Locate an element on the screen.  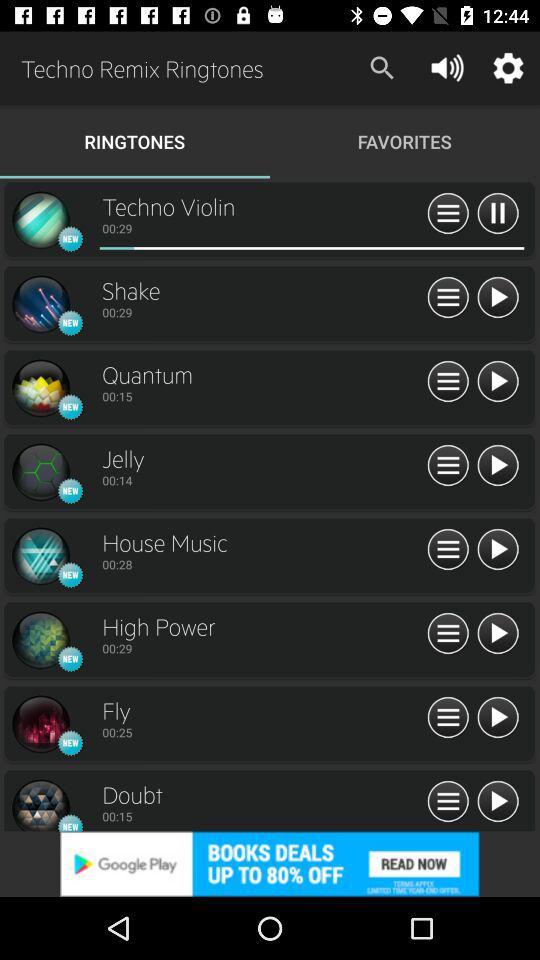
option is located at coordinates (448, 550).